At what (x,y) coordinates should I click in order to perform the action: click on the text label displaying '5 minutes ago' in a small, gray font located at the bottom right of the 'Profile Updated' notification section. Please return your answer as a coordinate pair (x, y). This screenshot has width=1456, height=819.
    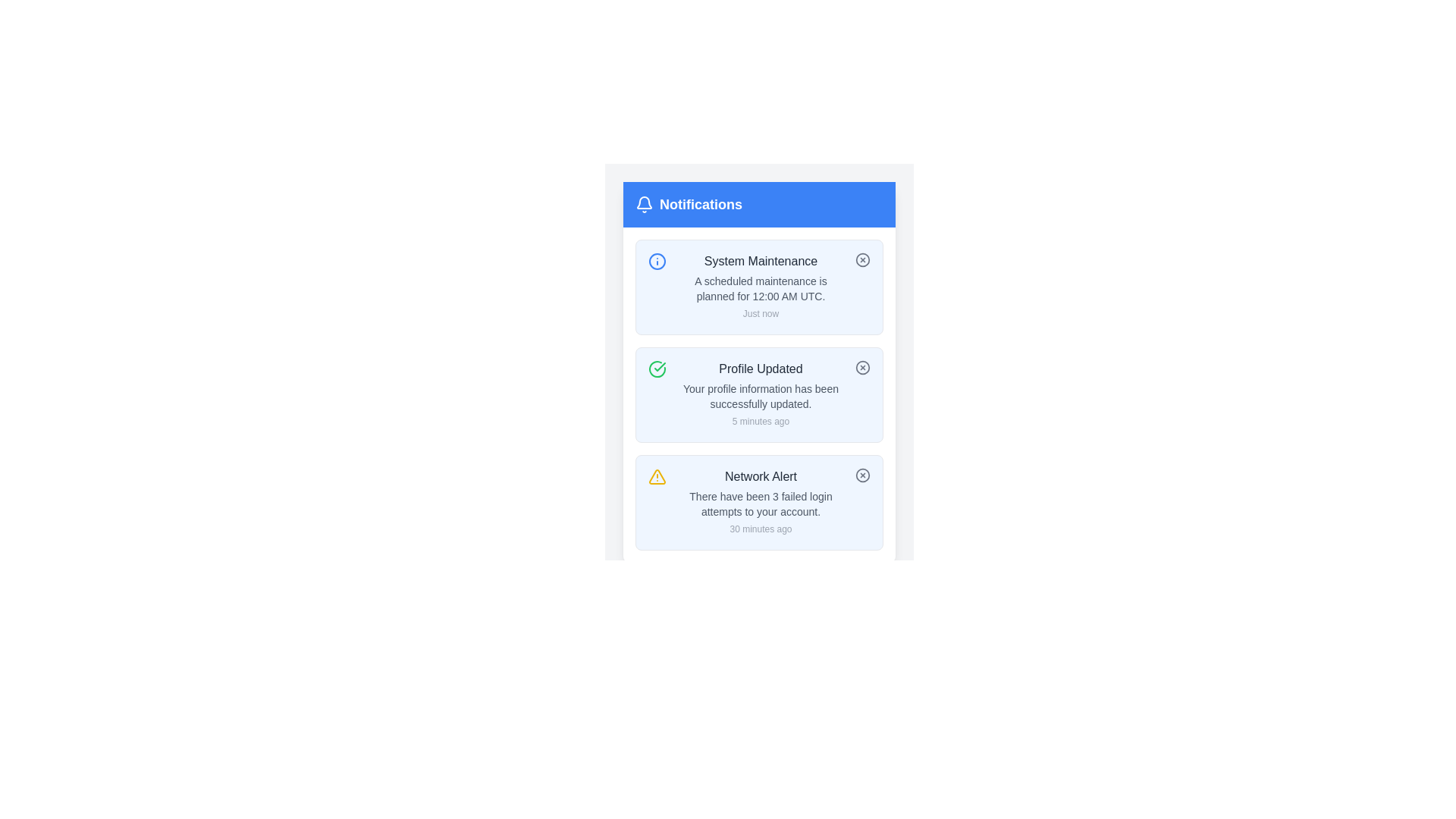
    Looking at the image, I should click on (761, 421).